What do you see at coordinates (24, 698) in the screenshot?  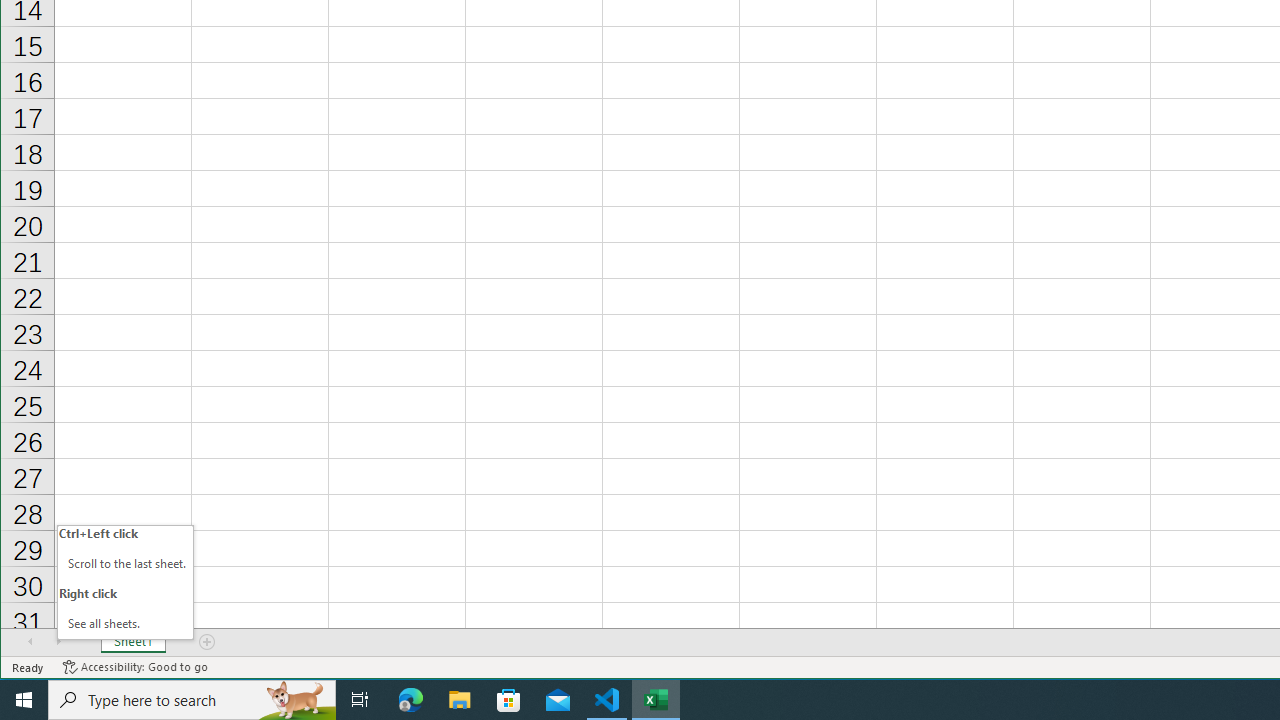 I see `'Start'` at bounding box center [24, 698].